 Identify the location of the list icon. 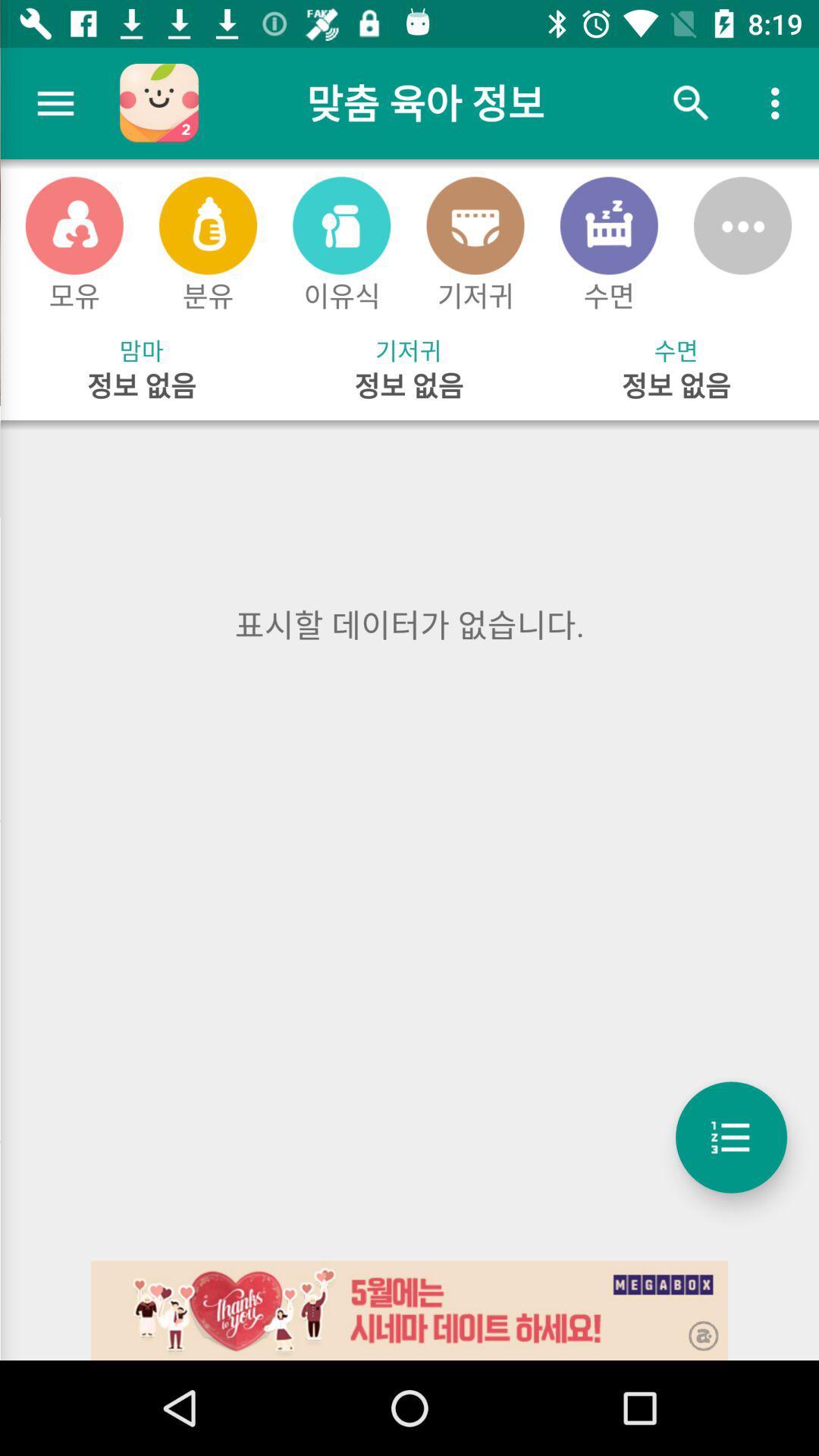
(730, 1137).